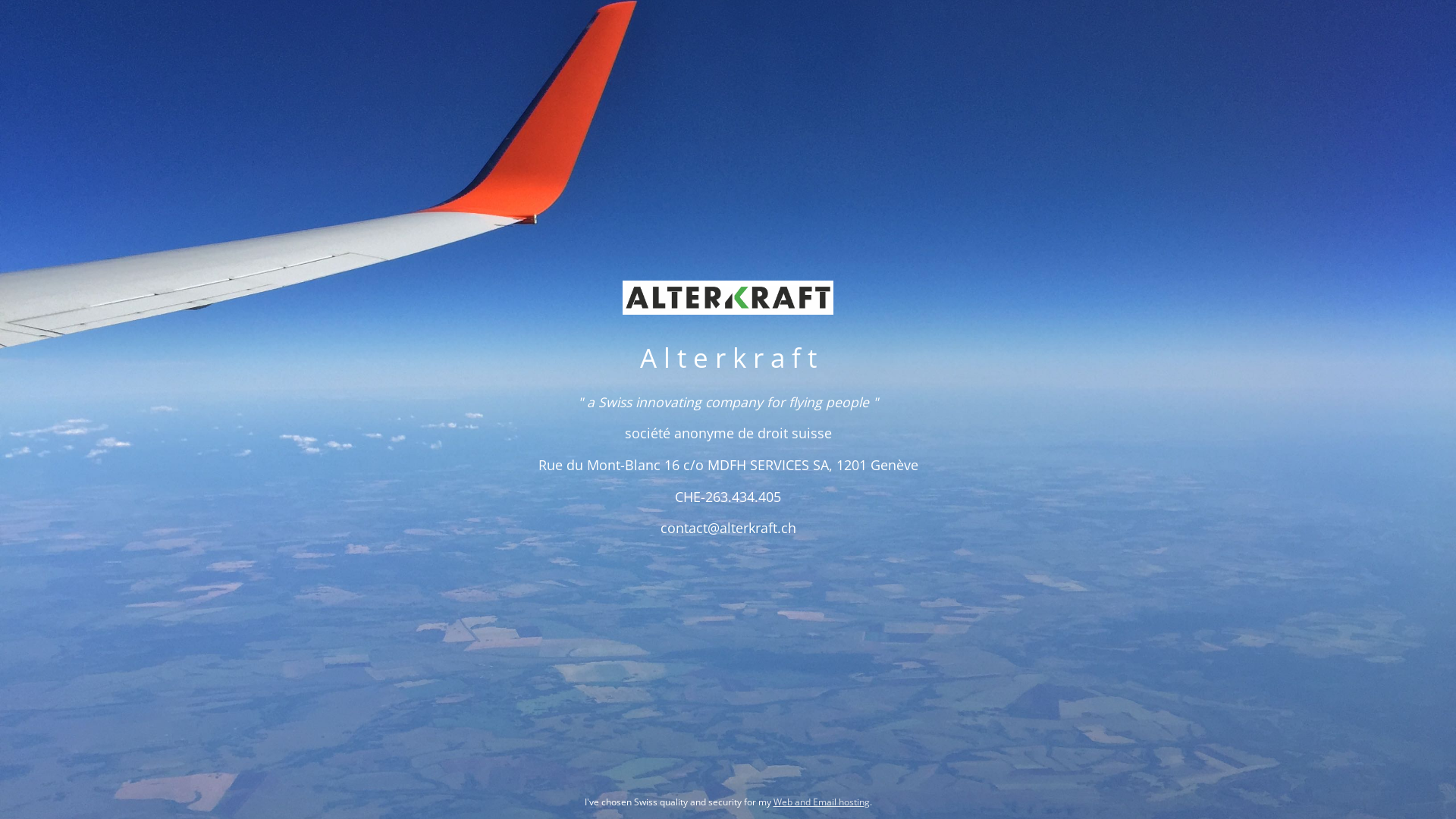 The height and width of the screenshot is (819, 1456). What do you see at coordinates (821, 801) in the screenshot?
I see `'Web and Email hosting'` at bounding box center [821, 801].